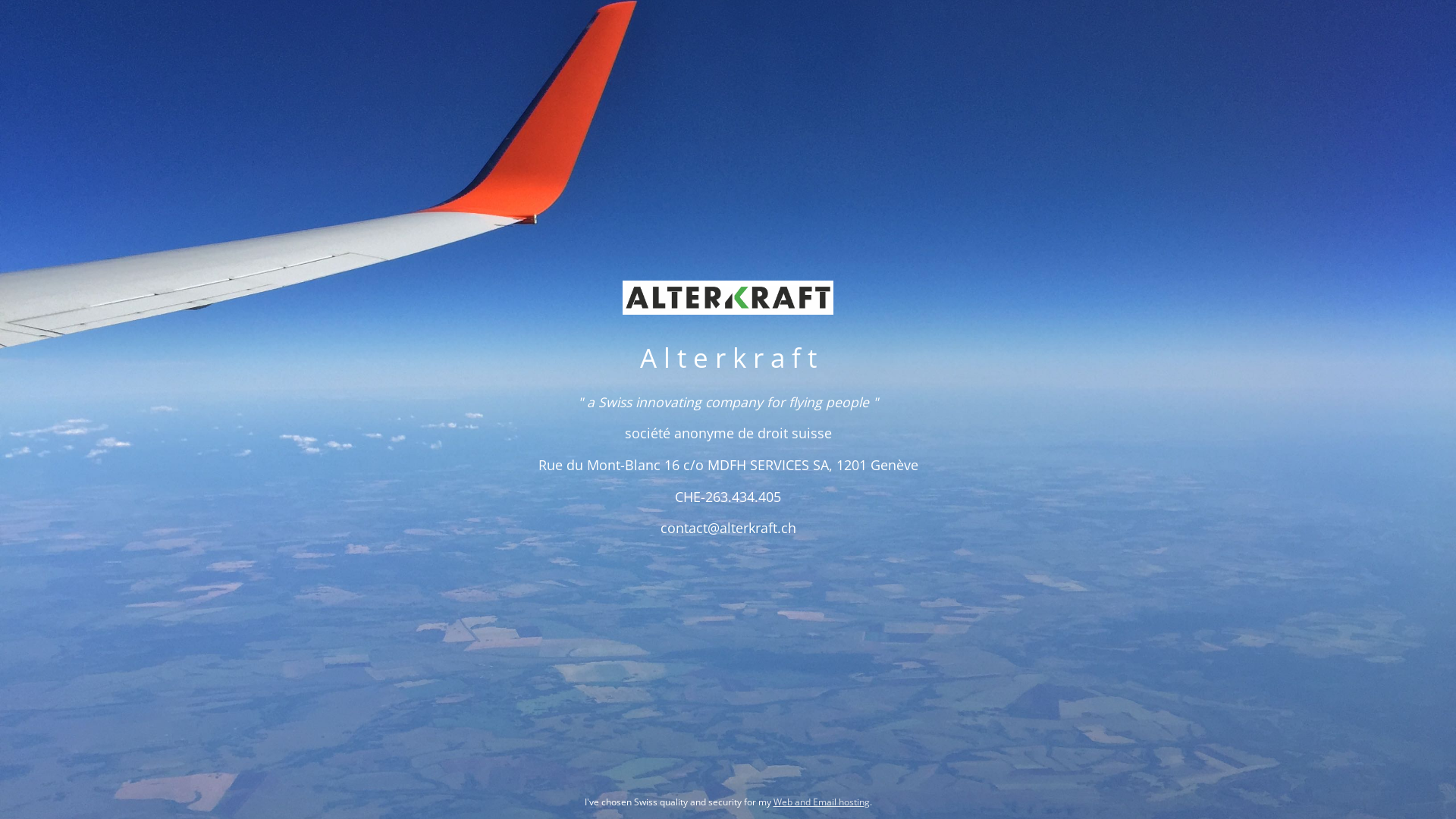 The height and width of the screenshot is (819, 1456). What do you see at coordinates (821, 801) in the screenshot?
I see `'Web and Email hosting'` at bounding box center [821, 801].